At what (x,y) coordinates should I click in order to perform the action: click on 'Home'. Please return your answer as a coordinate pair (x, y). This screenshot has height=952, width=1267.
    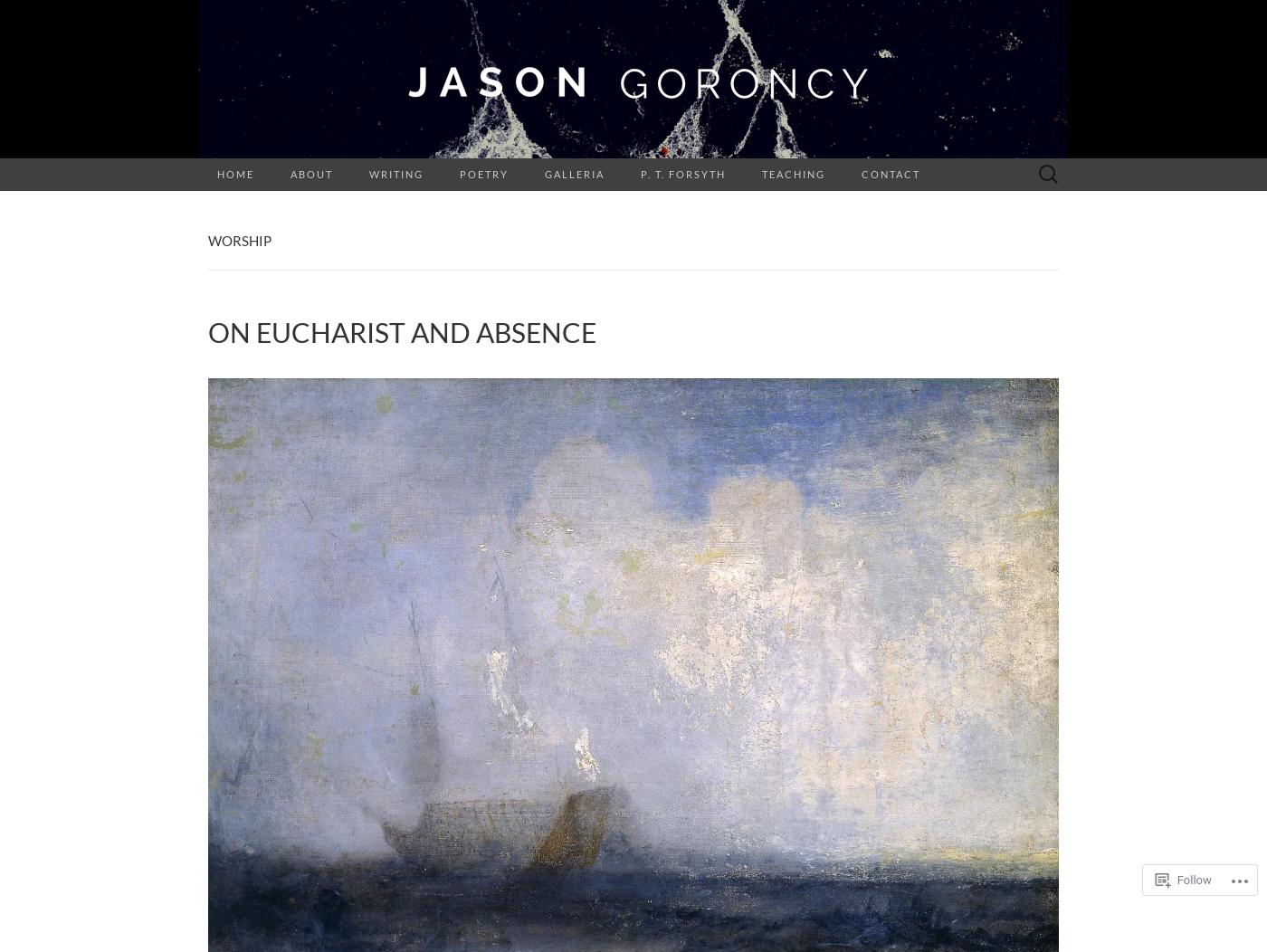
    Looking at the image, I should click on (235, 174).